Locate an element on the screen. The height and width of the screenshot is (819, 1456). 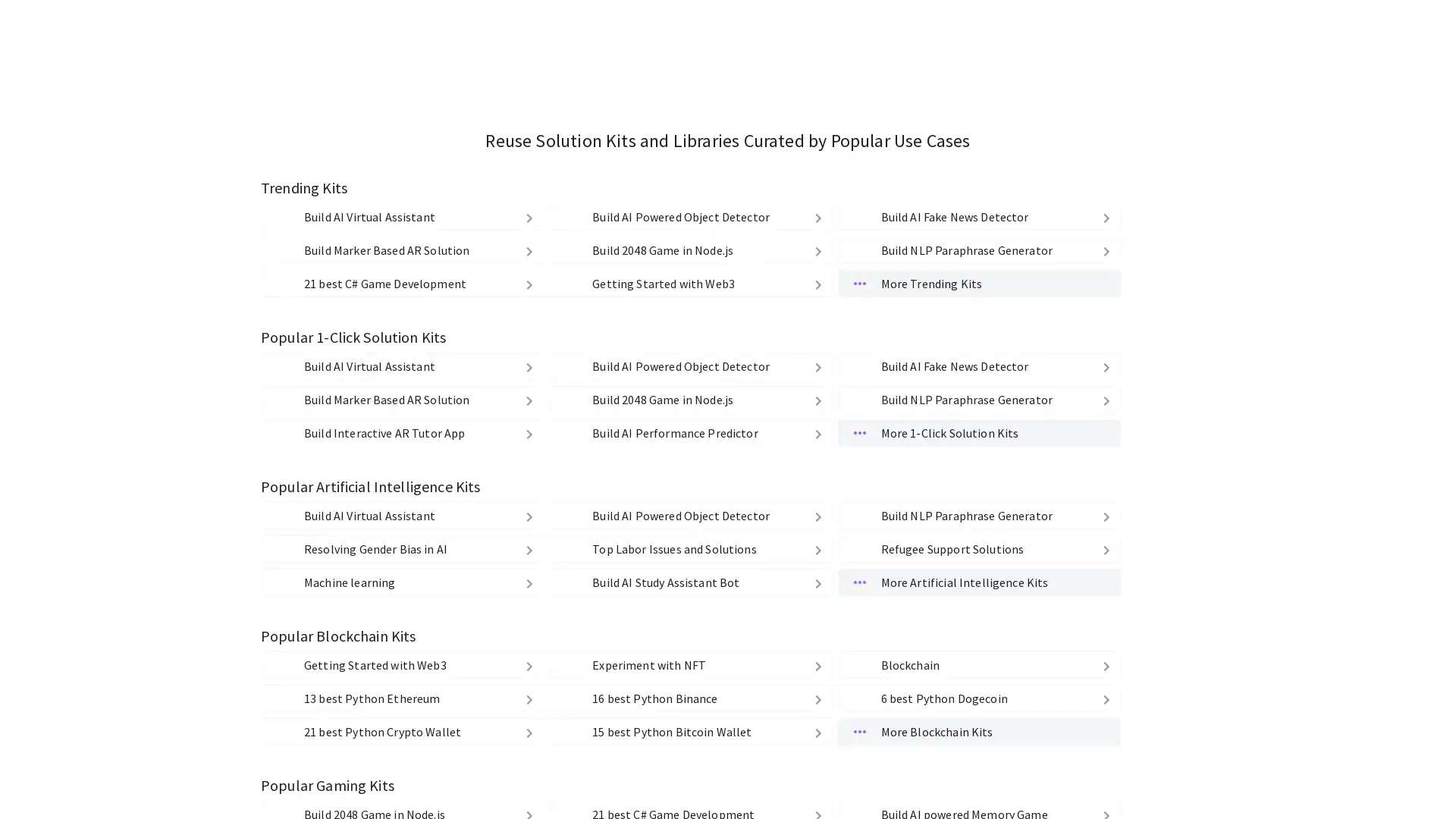
Ruby Ruby is located at coordinates (605, 380).